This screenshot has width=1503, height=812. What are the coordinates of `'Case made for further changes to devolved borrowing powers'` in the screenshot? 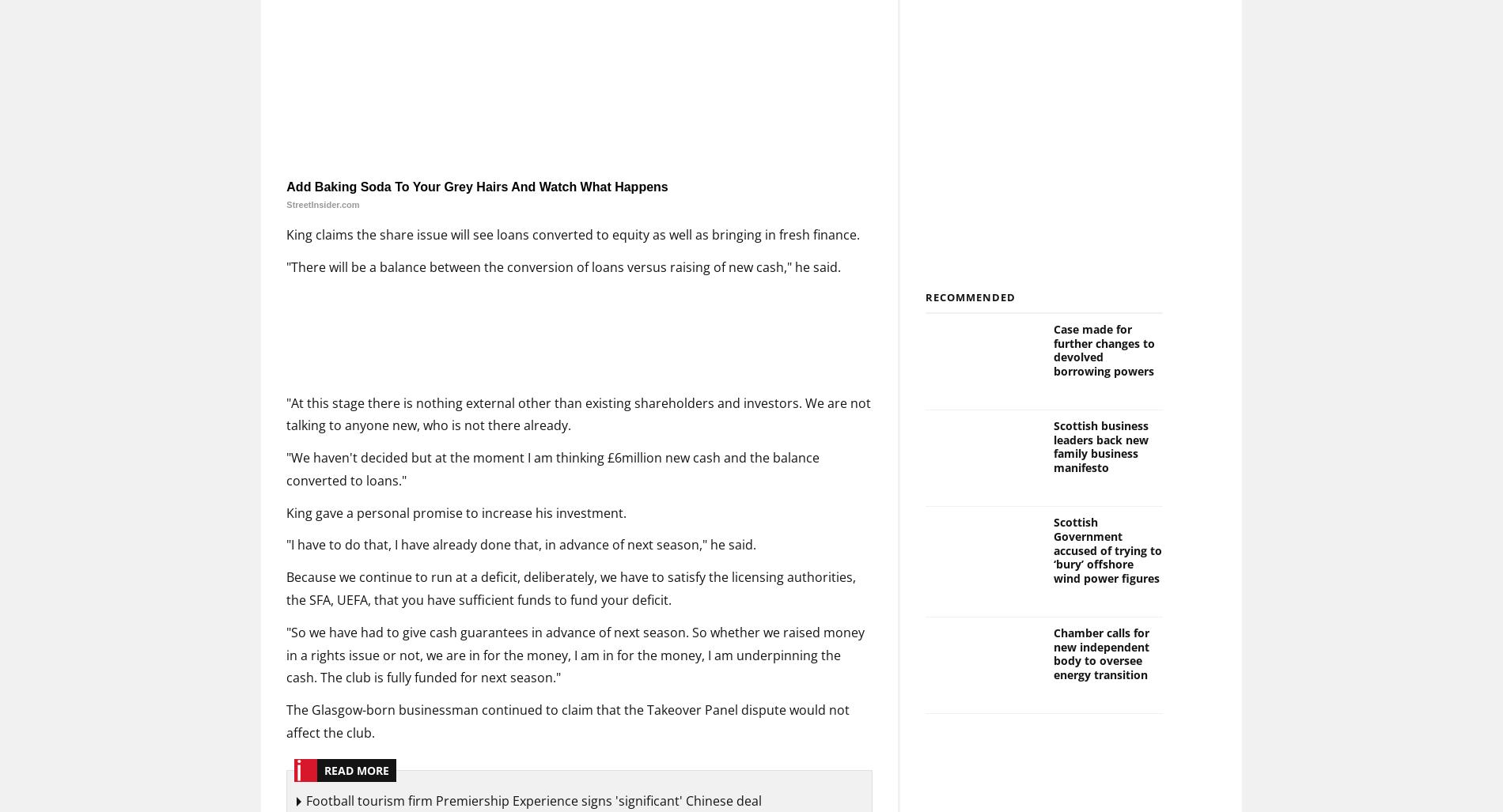 It's located at (1102, 349).